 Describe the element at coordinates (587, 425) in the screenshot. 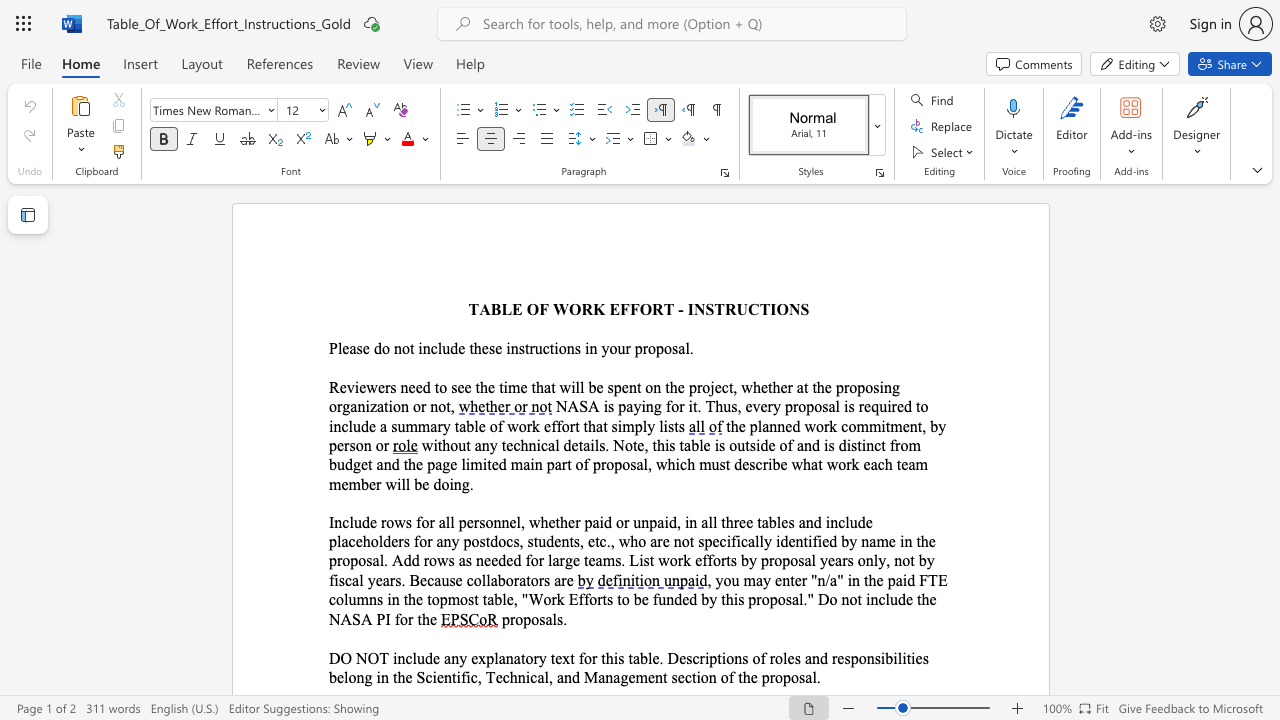

I see `the subset text "hat simpl" within the text "to include a summary table of work effort that simply lists"` at that location.